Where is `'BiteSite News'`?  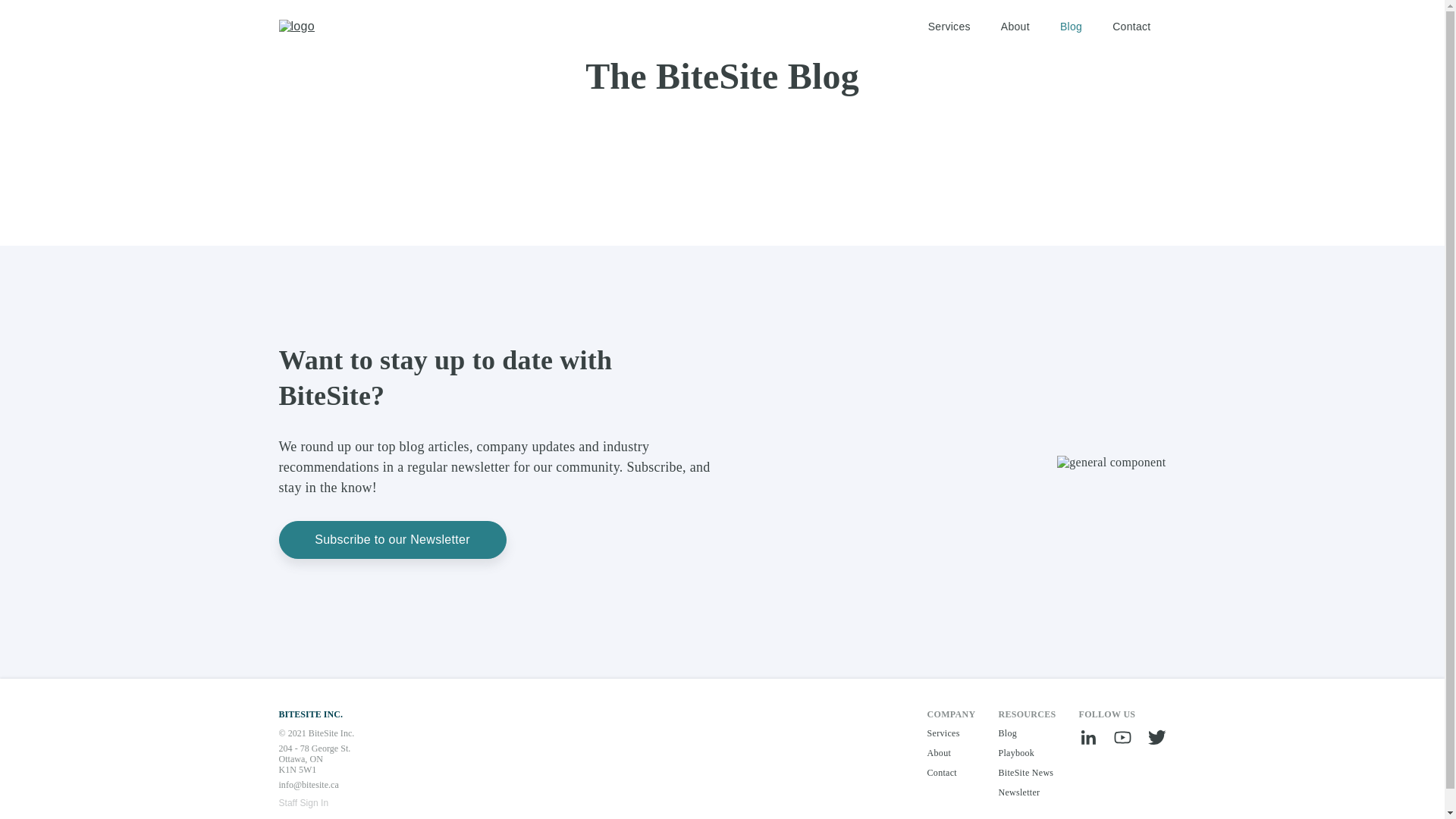 'BiteSite News' is located at coordinates (997, 772).